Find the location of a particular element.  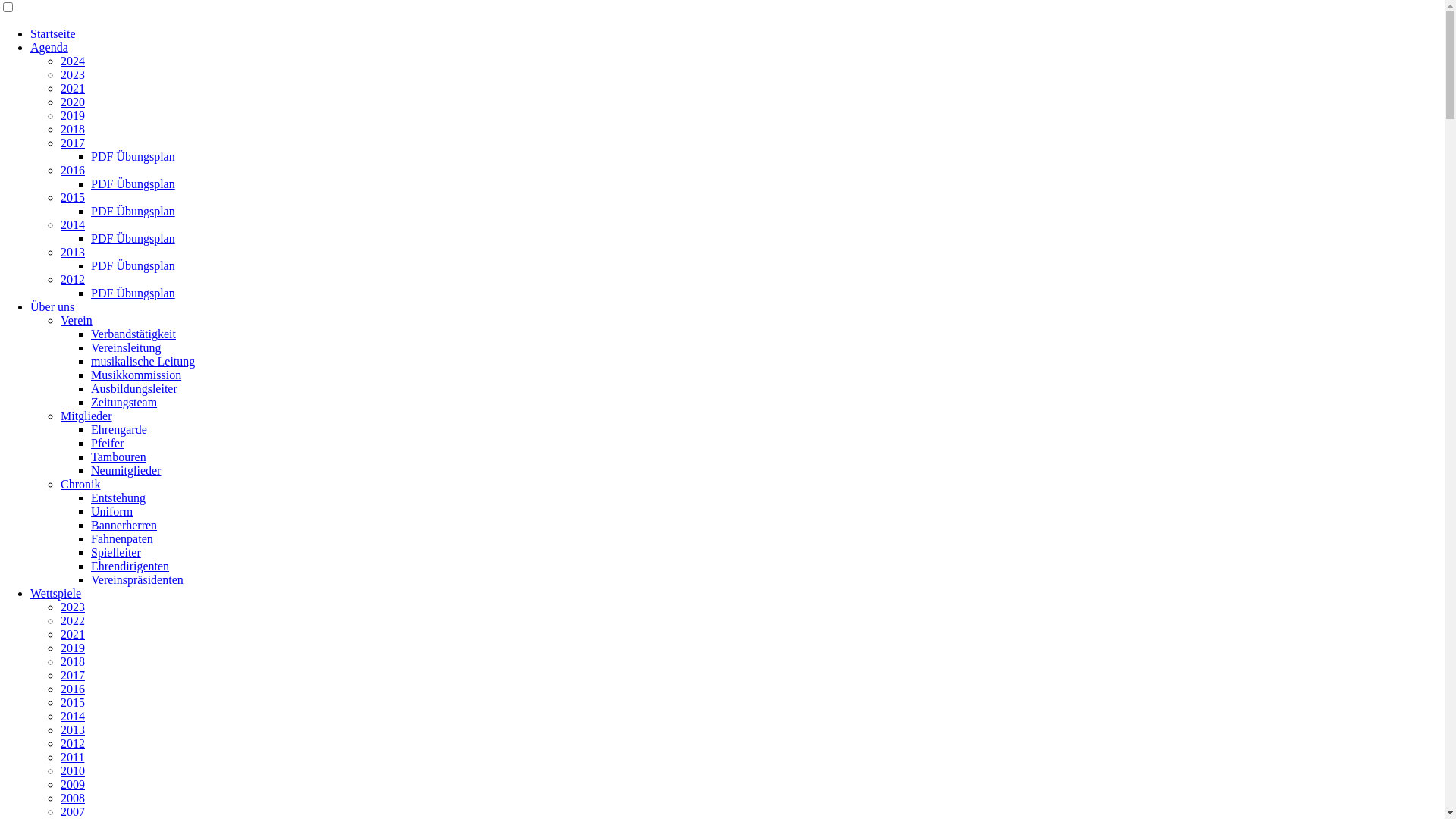

'2009' is located at coordinates (61, 784).